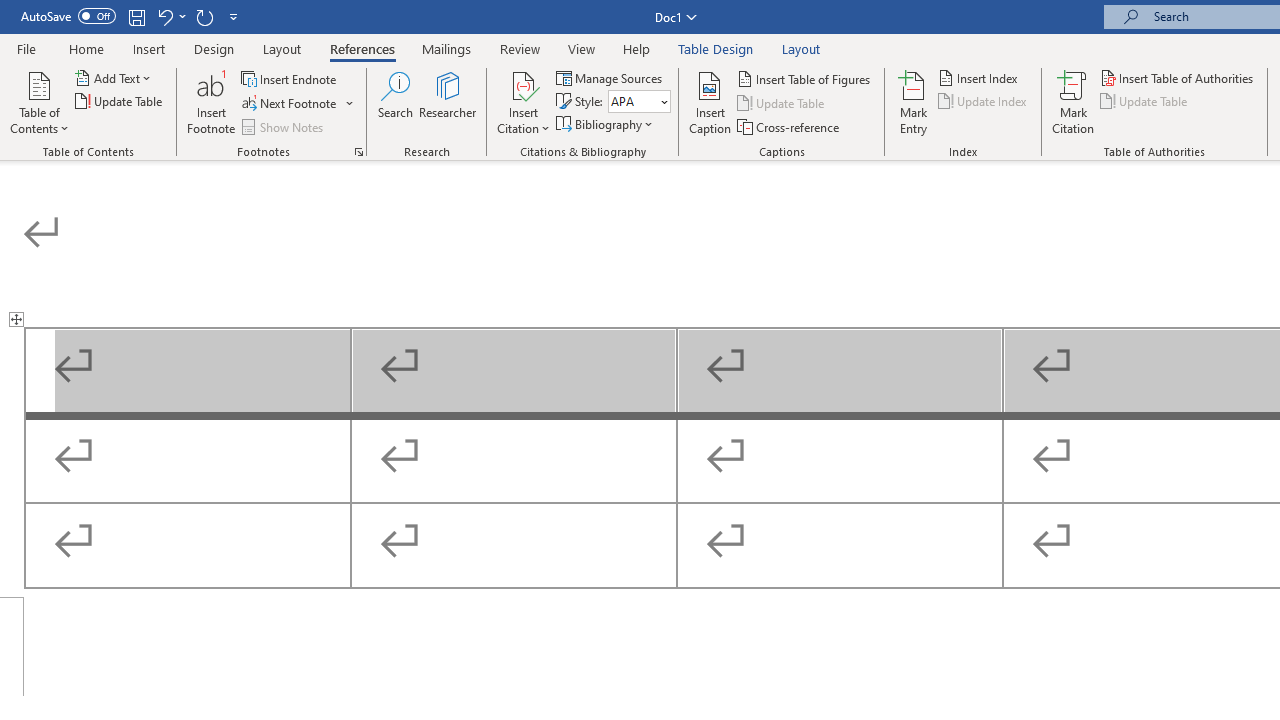 The image size is (1280, 720). I want to click on 'Insert Table of Authorities...', so click(1178, 77).